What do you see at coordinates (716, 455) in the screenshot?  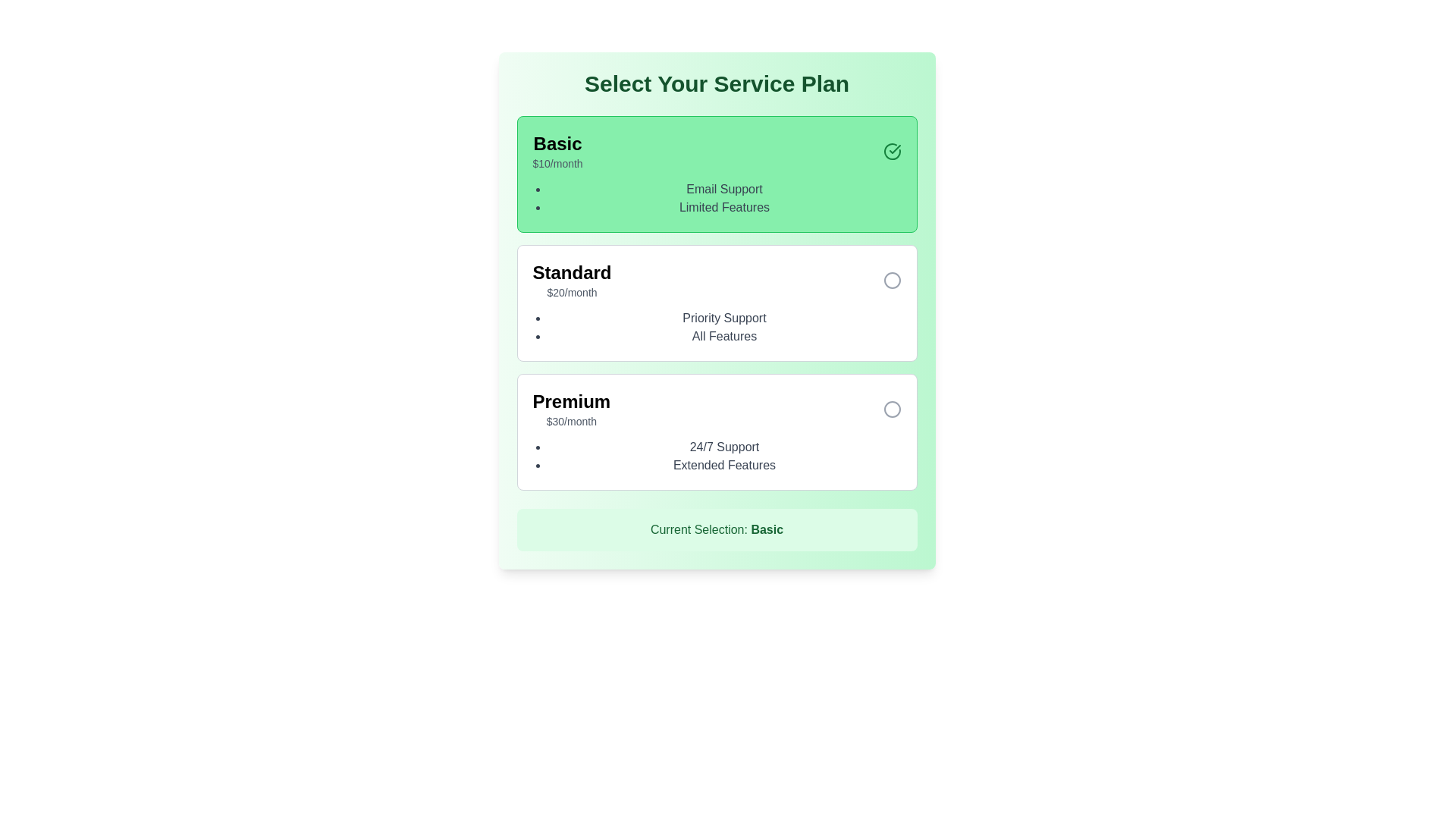 I see `text contained in the List item group element displaying '24/7 Support' and 'Extended Features', which is styled in gray and located within the 'Premium' plan description box` at bounding box center [716, 455].